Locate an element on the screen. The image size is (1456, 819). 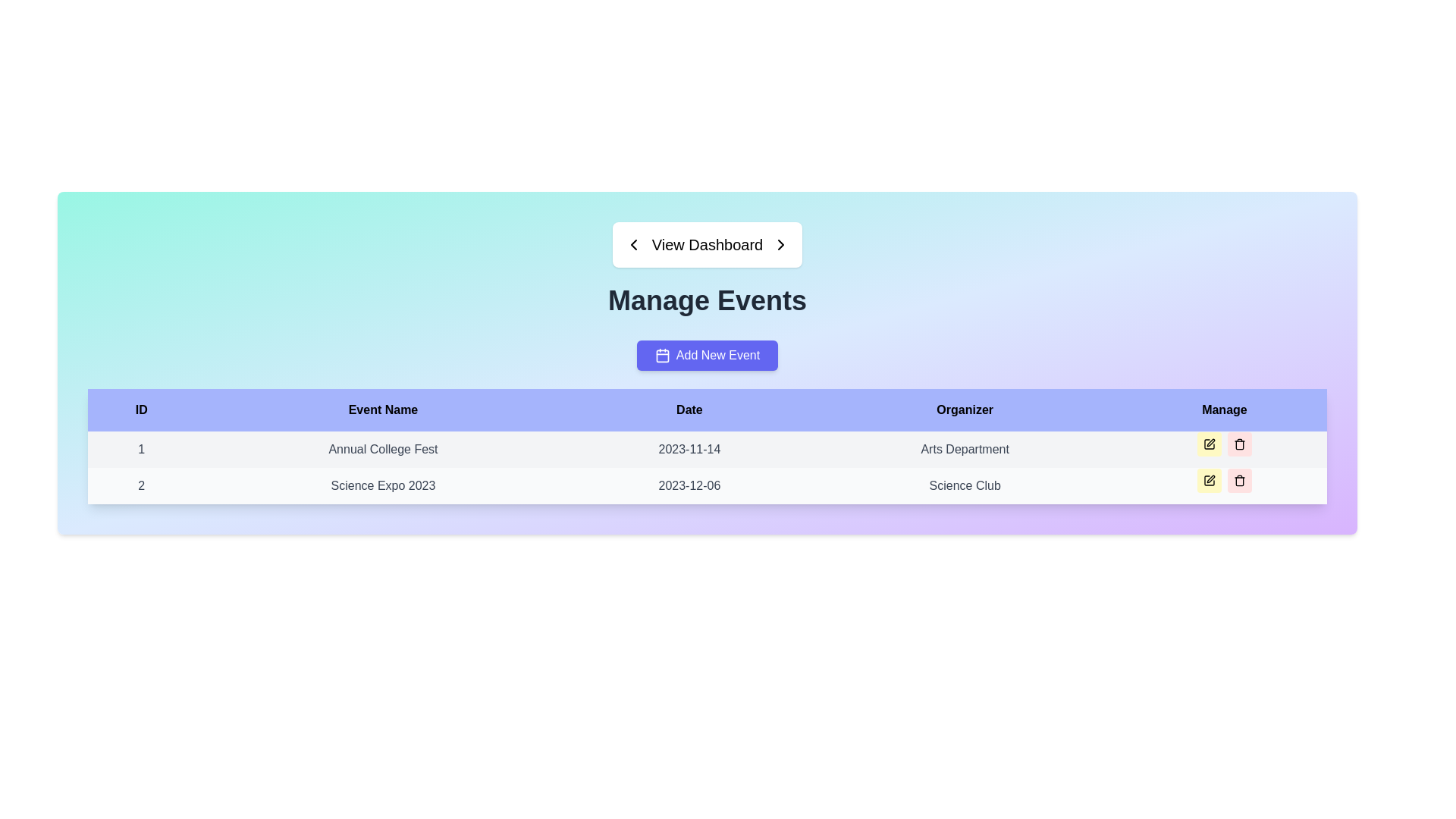
the calendar icon located centrally within the 'Add New Event' button, which is visually distinguished by its blue color and serves as a symbolic representation for event-related actions is located at coordinates (662, 356).